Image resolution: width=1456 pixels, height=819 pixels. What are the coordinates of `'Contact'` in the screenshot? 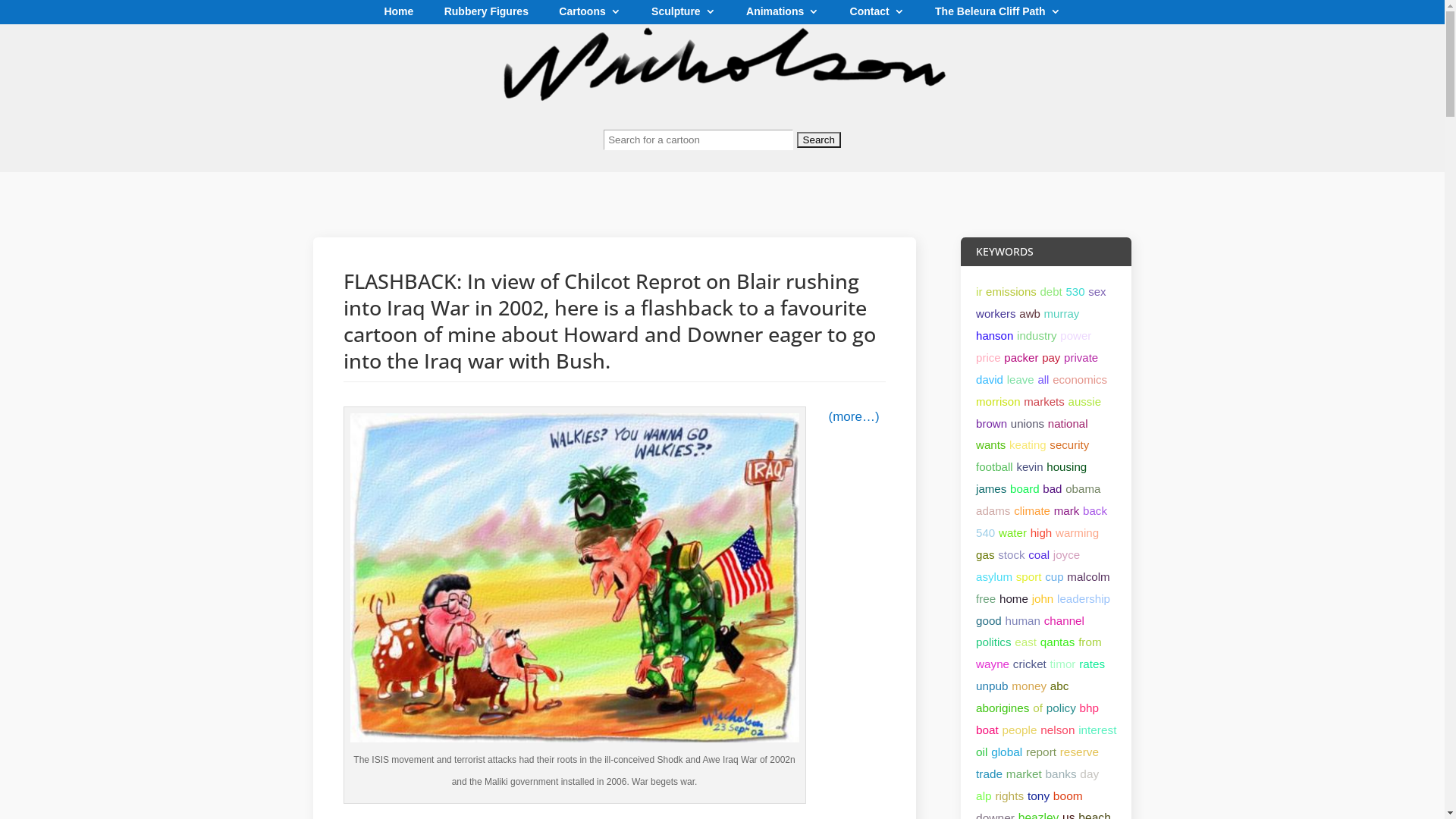 It's located at (877, 15).